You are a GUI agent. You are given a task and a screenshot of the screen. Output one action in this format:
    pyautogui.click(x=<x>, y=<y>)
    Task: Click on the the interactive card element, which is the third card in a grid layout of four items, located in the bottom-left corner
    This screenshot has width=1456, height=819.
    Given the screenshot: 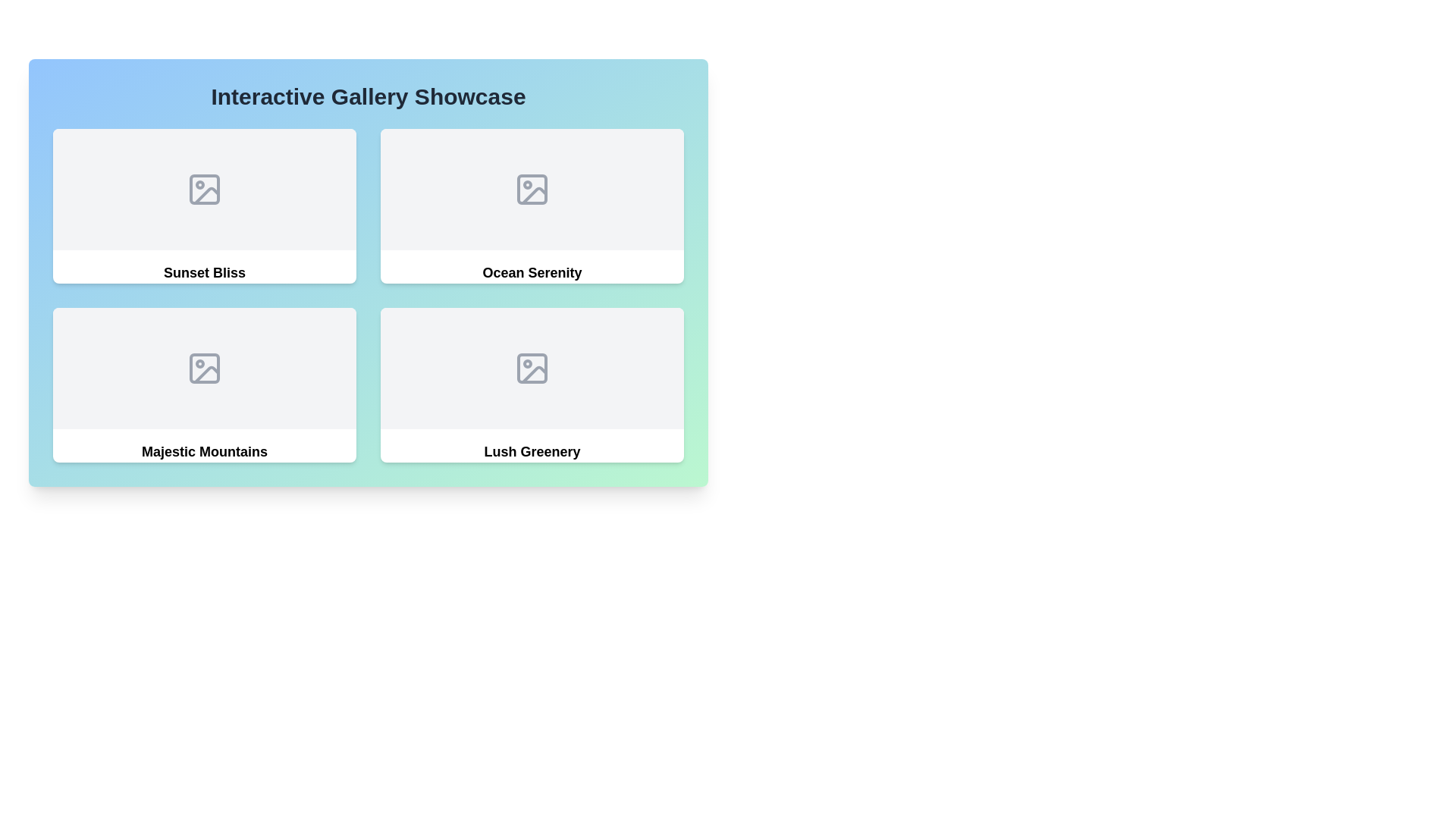 What is the action you would take?
    pyautogui.click(x=203, y=384)
    